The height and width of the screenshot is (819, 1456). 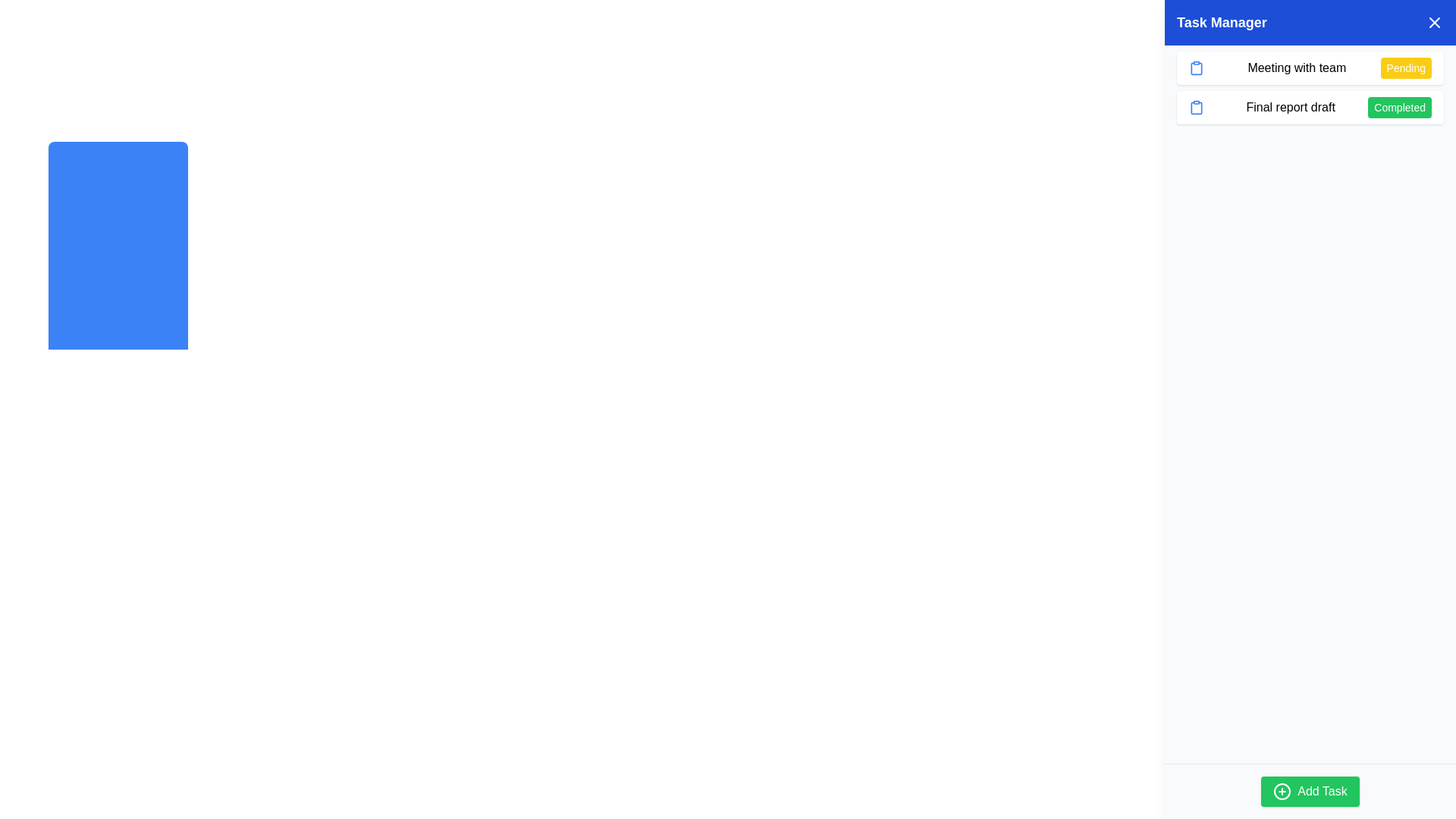 I want to click on the 'Final report draft' task item, so click(x=1310, y=107).